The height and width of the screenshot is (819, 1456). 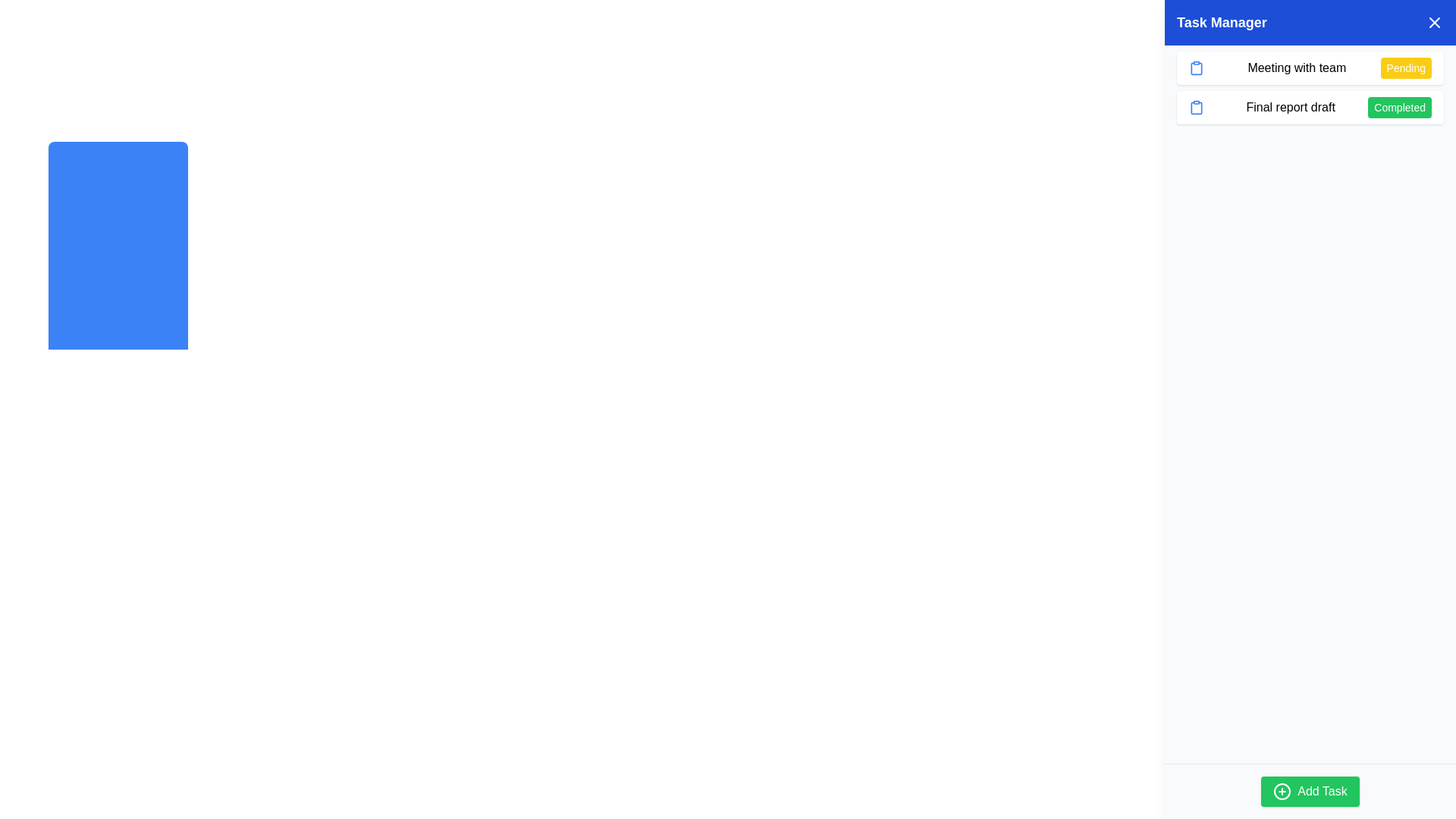 I want to click on the 'Final report draft' task item, so click(x=1310, y=107).